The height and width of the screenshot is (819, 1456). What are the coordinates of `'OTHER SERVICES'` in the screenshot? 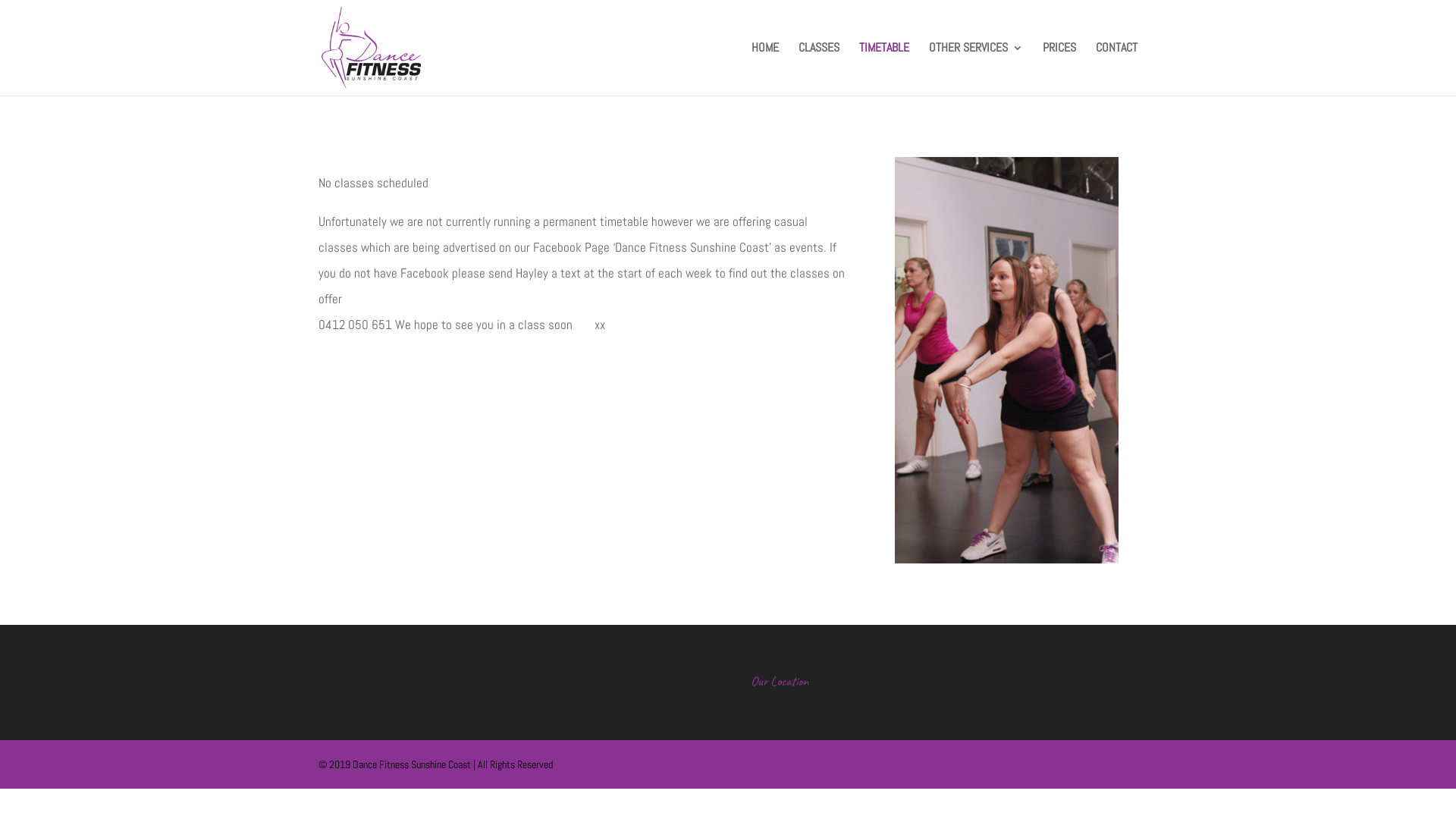 It's located at (927, 69).